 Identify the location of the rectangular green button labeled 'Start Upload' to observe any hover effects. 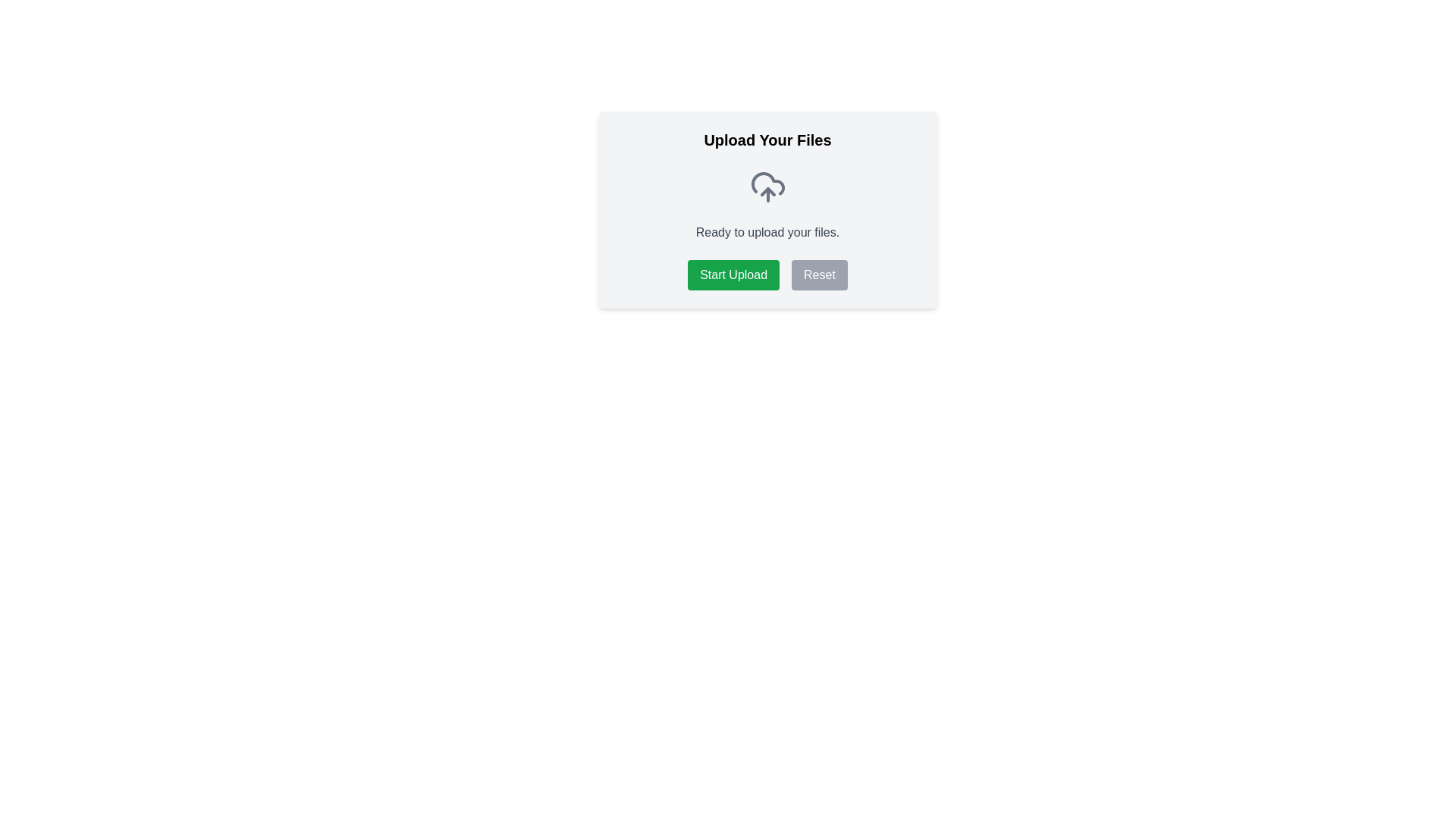
(733, 275).